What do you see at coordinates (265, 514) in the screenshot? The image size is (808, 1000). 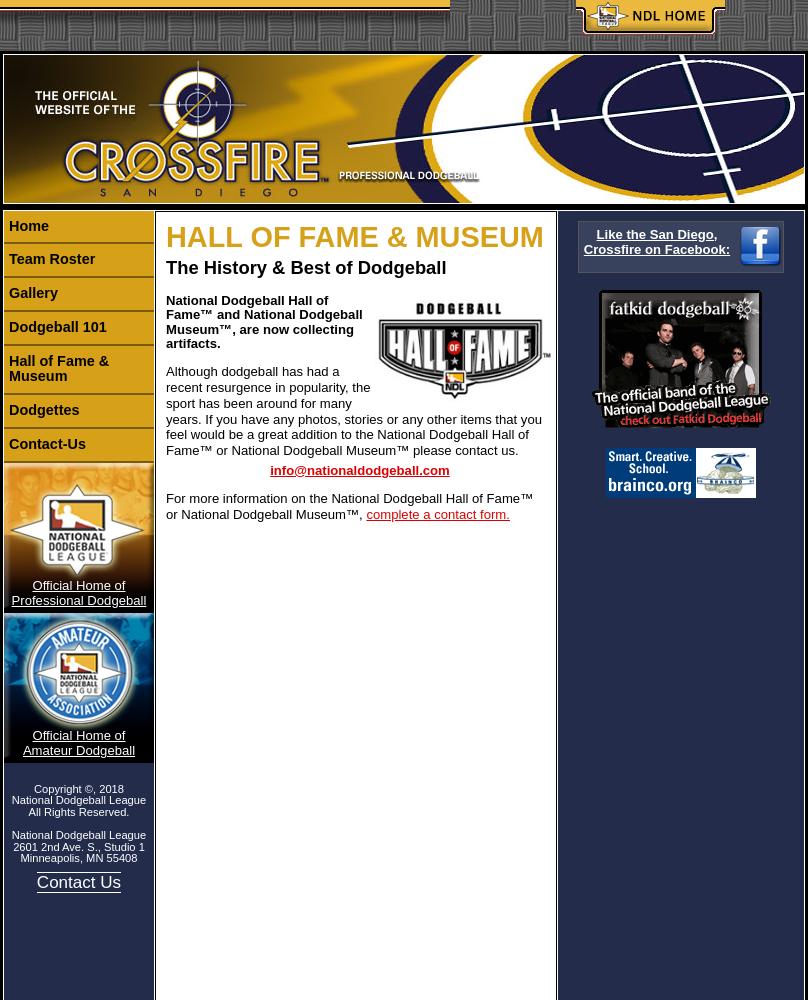 I see `'or National Dodgeball Museum™,'` at bounding box center [265, 514].